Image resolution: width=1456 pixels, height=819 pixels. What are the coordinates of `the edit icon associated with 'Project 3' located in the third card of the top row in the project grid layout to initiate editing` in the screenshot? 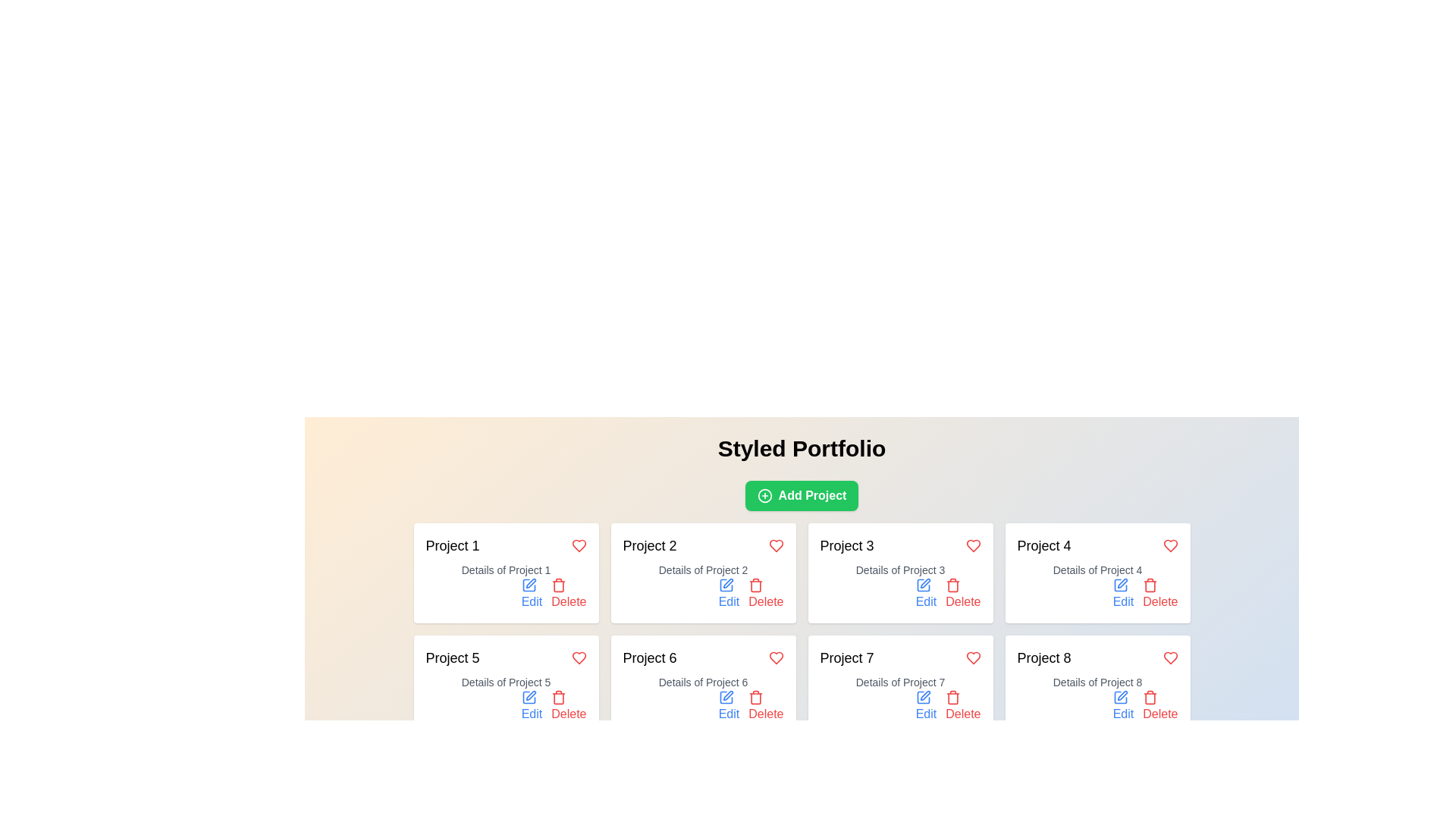 It's located at (922, 584).